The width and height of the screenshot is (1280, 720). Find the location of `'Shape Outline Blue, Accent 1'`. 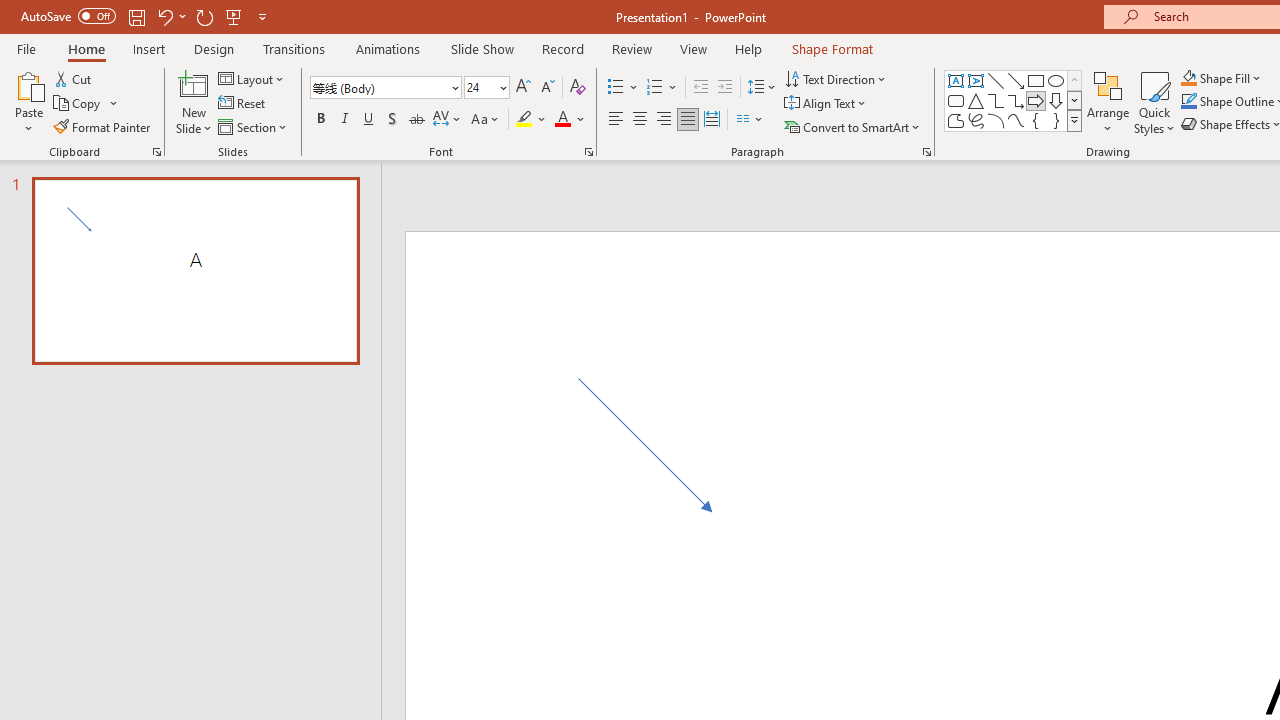

'Shape Outline Blue, Accent 1' is located at coordinates (1189, 101).